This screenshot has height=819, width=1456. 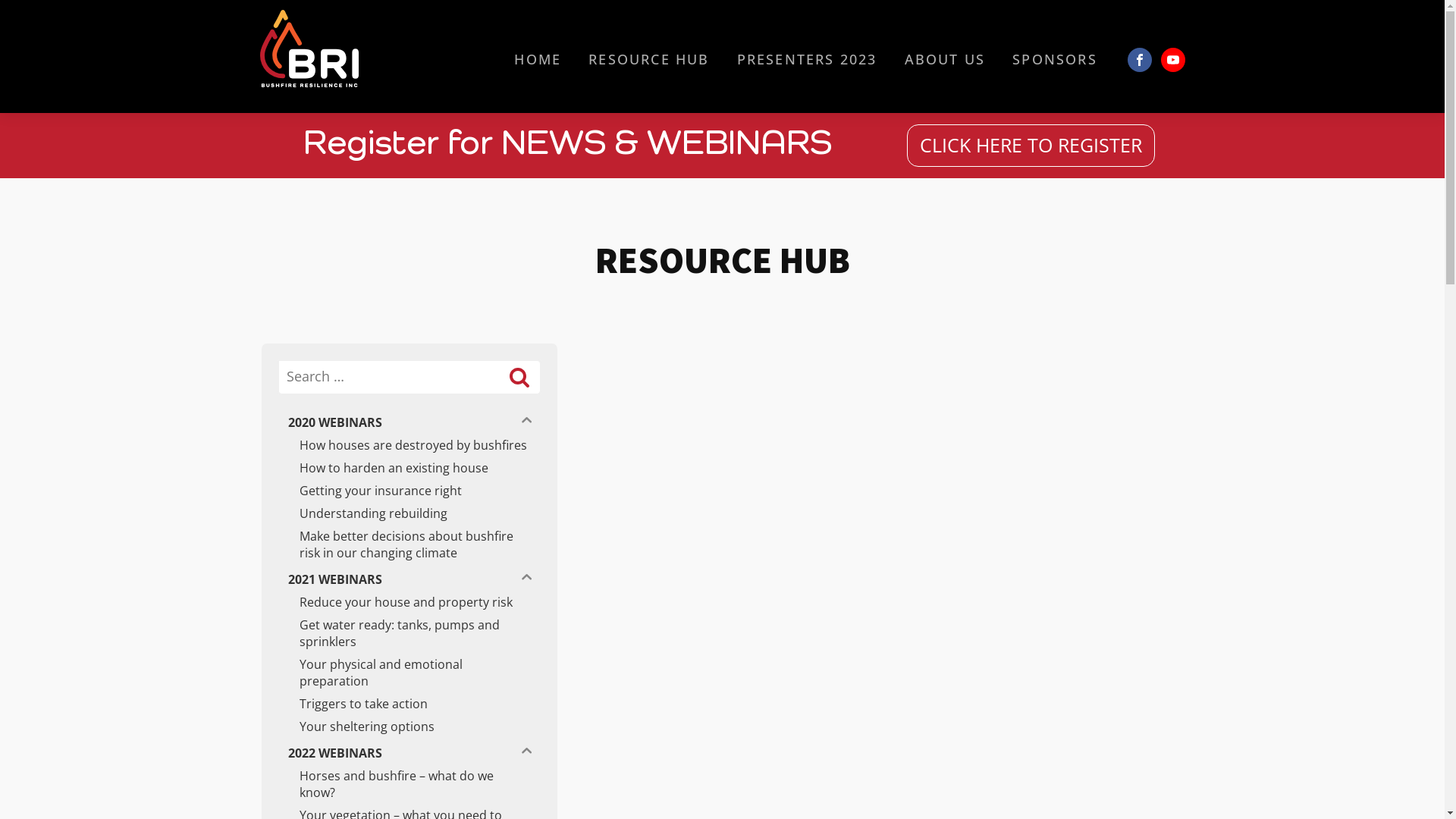 What do you see at coordinates (1031, 146) in the screenshot?
I see `'CLICK HERE TO REGISTER'` at bounding box center [1031, 146].